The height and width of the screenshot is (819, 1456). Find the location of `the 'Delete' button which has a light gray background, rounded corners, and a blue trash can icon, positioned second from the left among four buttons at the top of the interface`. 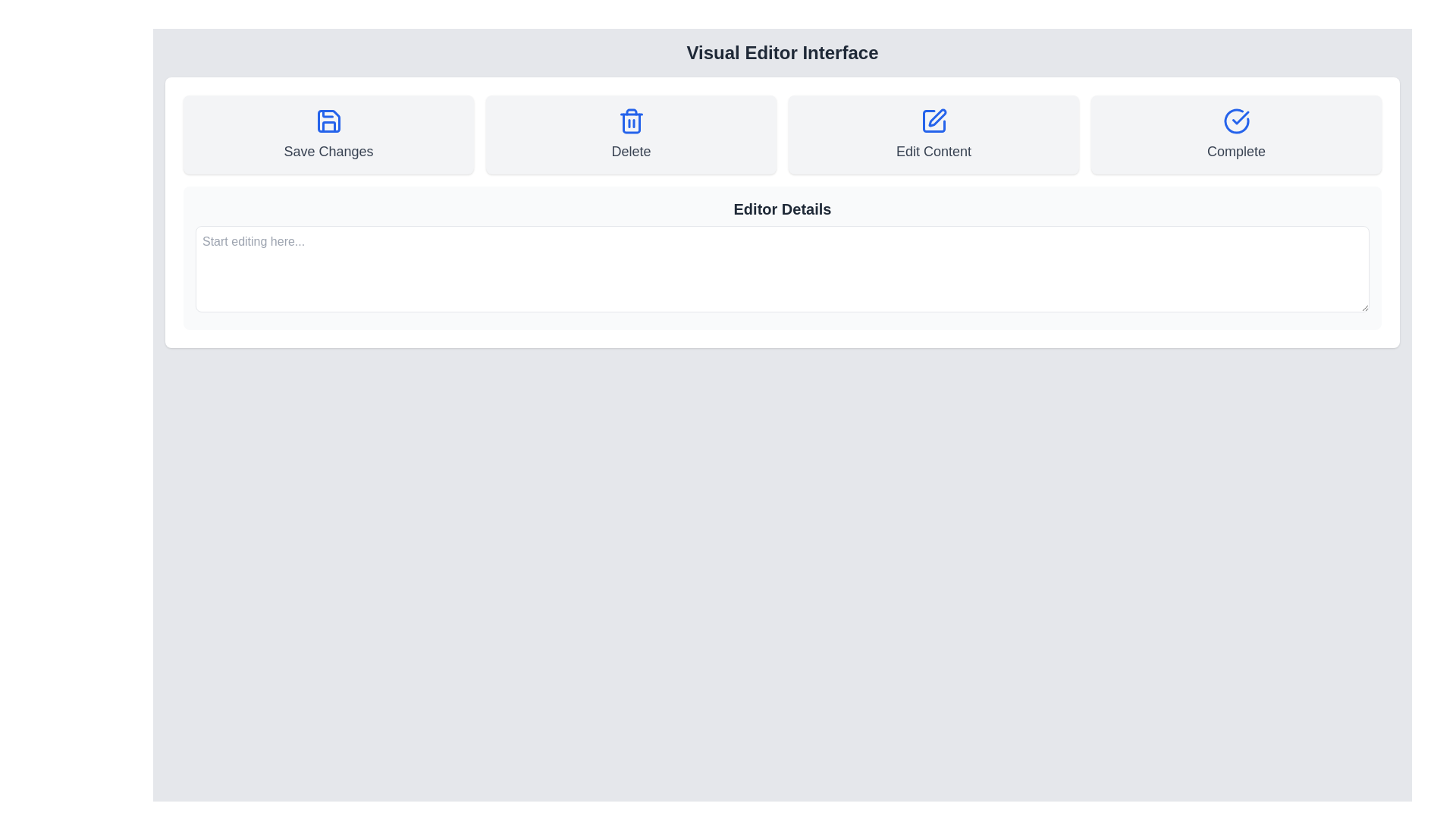

the 'Delete' button which has a light gray background, rounded corners, and a blue trash can icon, positioned second from the left among four buttons at the top of the interface is located at coordinates (631, 133).